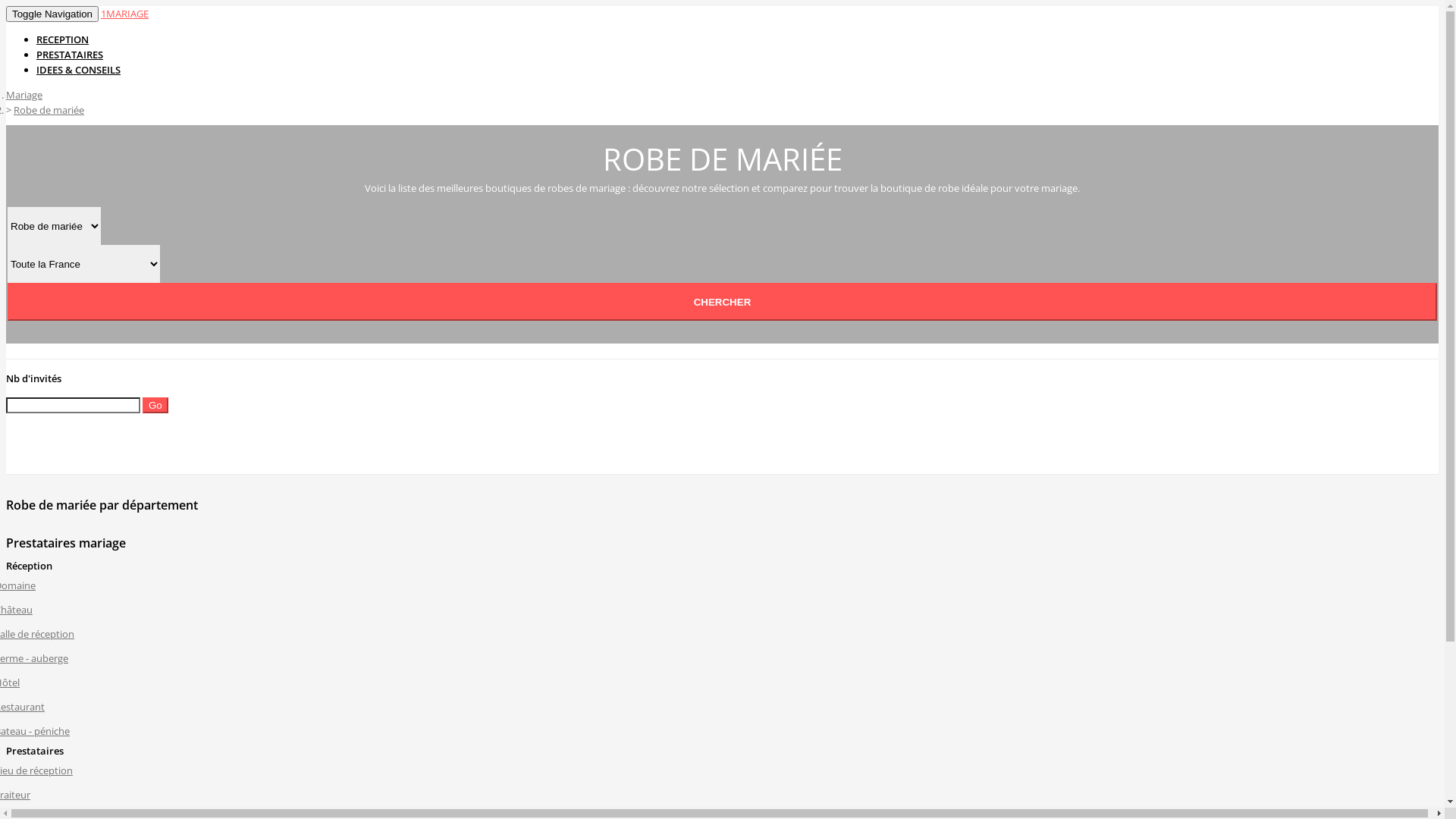 The image size is (1456, 819). What do you see at coordinates (24, 94) in the screenshot?
I see `'Mariage'` at bounding box center [24, 94].